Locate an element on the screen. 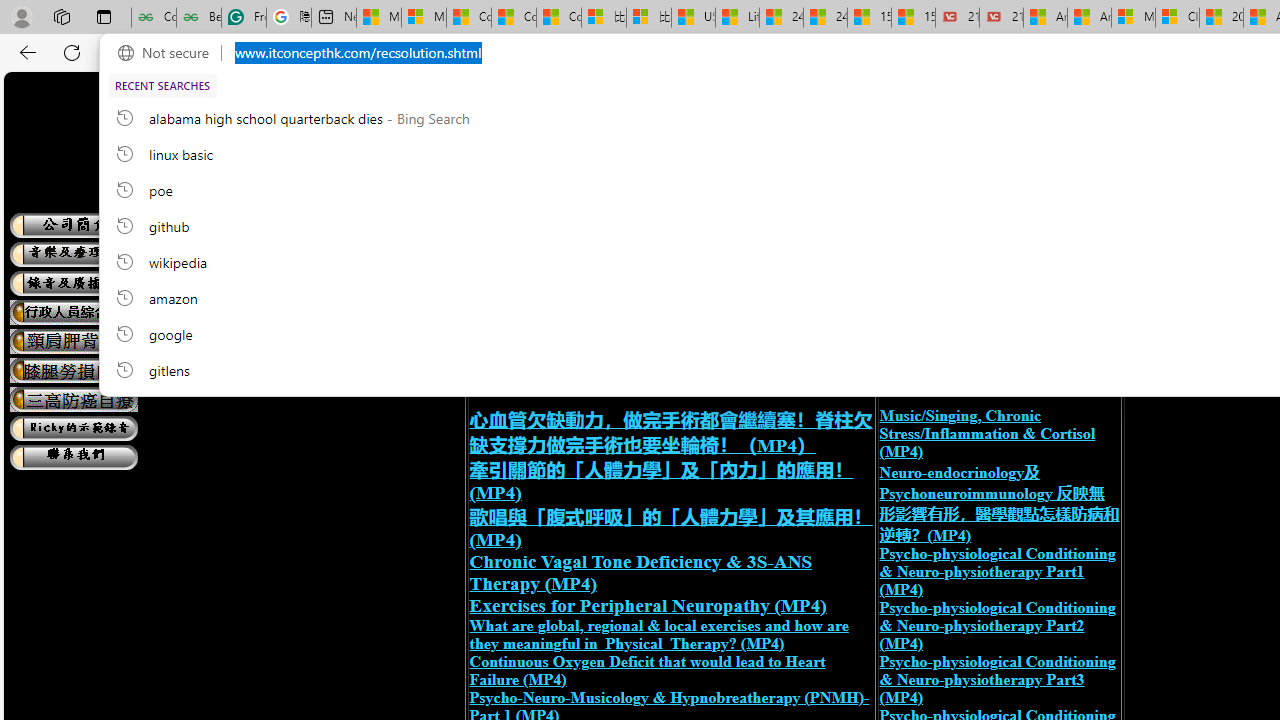  'Lifestyle - MSN' is located at coordinates (736, 17).